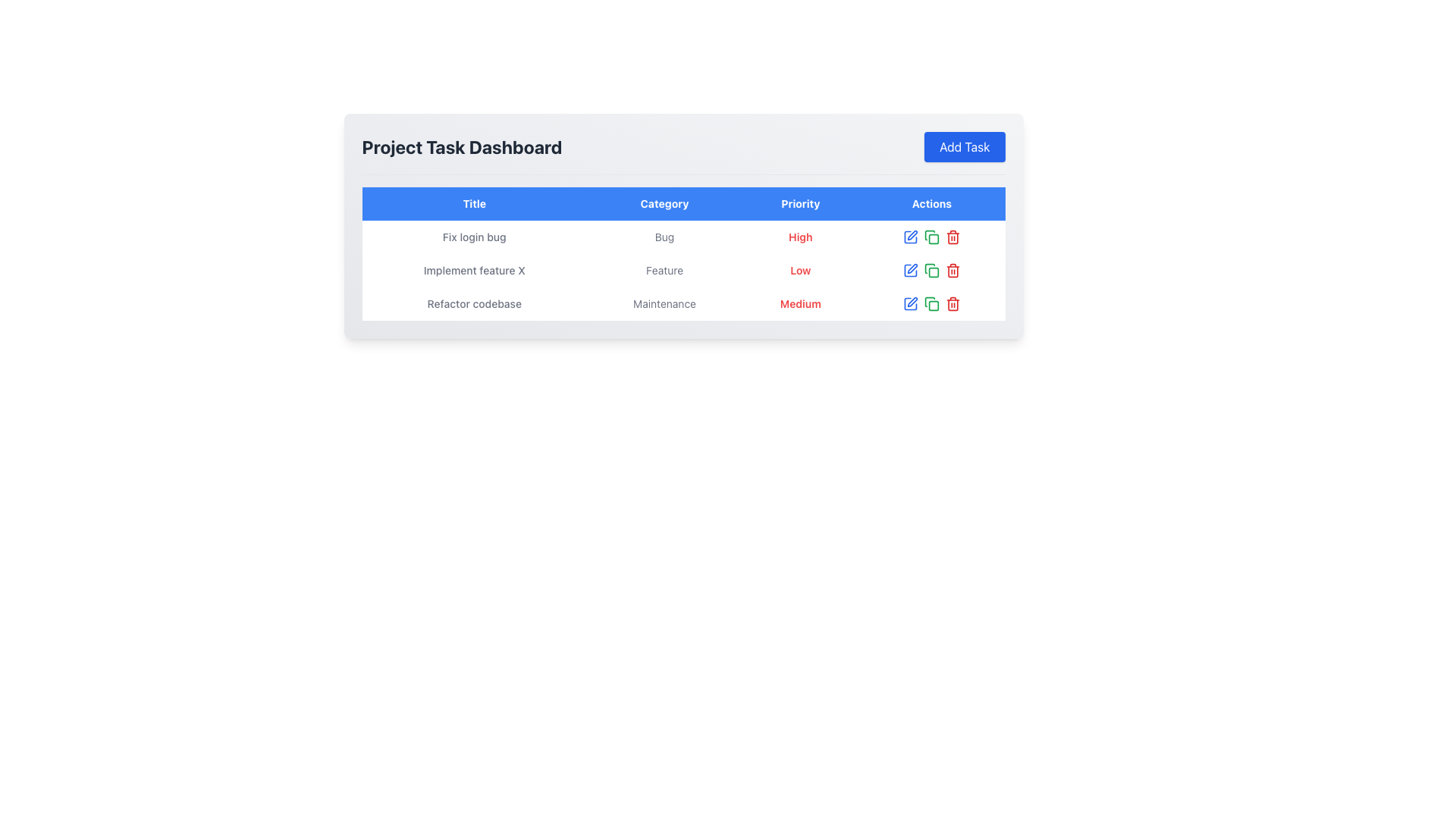 The image size is (1456, 819). What do you see at coordinates (682, 304) in the screenshot?
I see `the 'Maintenance' text in the task row titled 'Refactor codebase' to filter tasks by category` at bounding box center [682, 304].